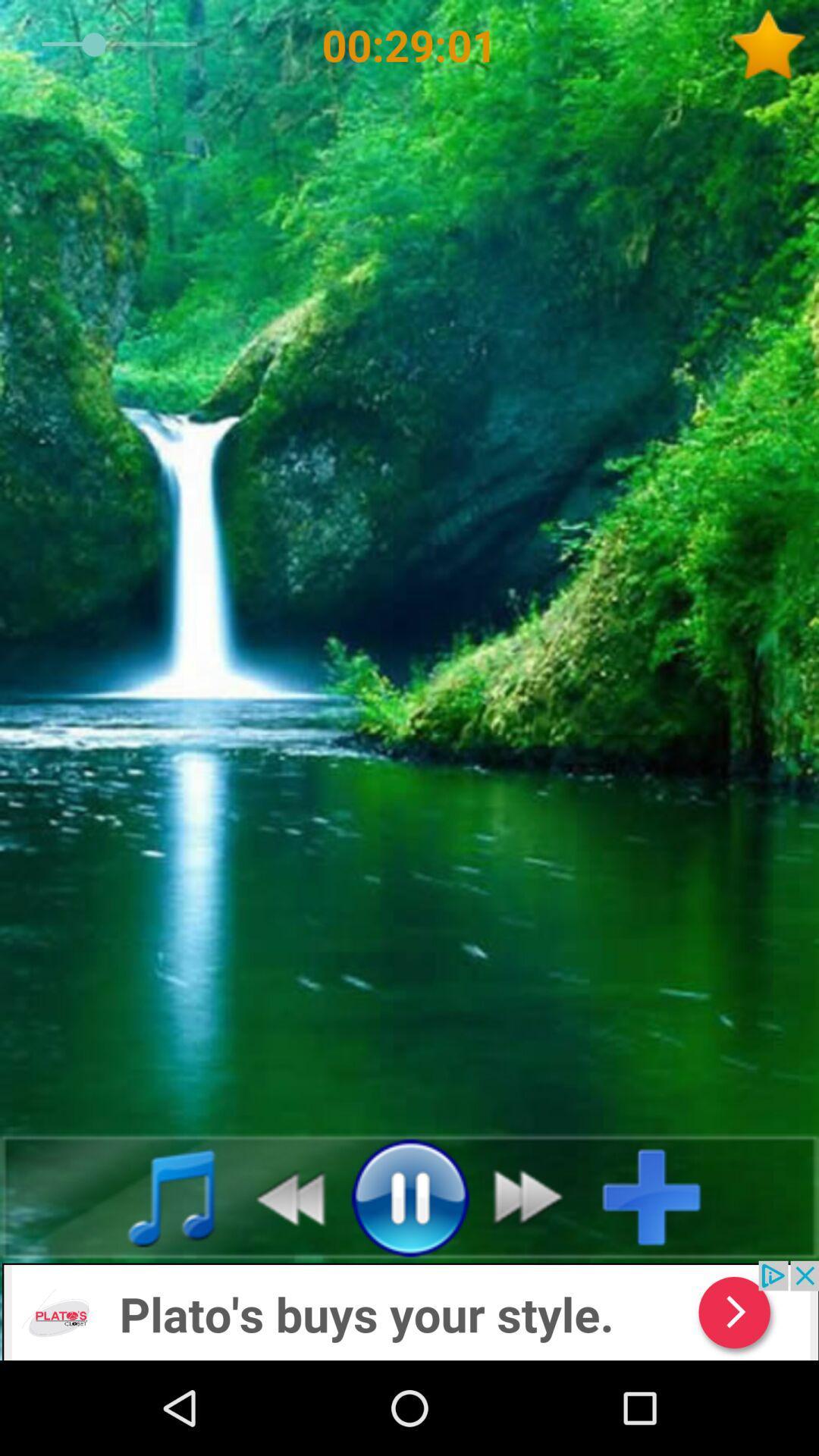  I want to click on the av_forward icon, so click(536, 1196).